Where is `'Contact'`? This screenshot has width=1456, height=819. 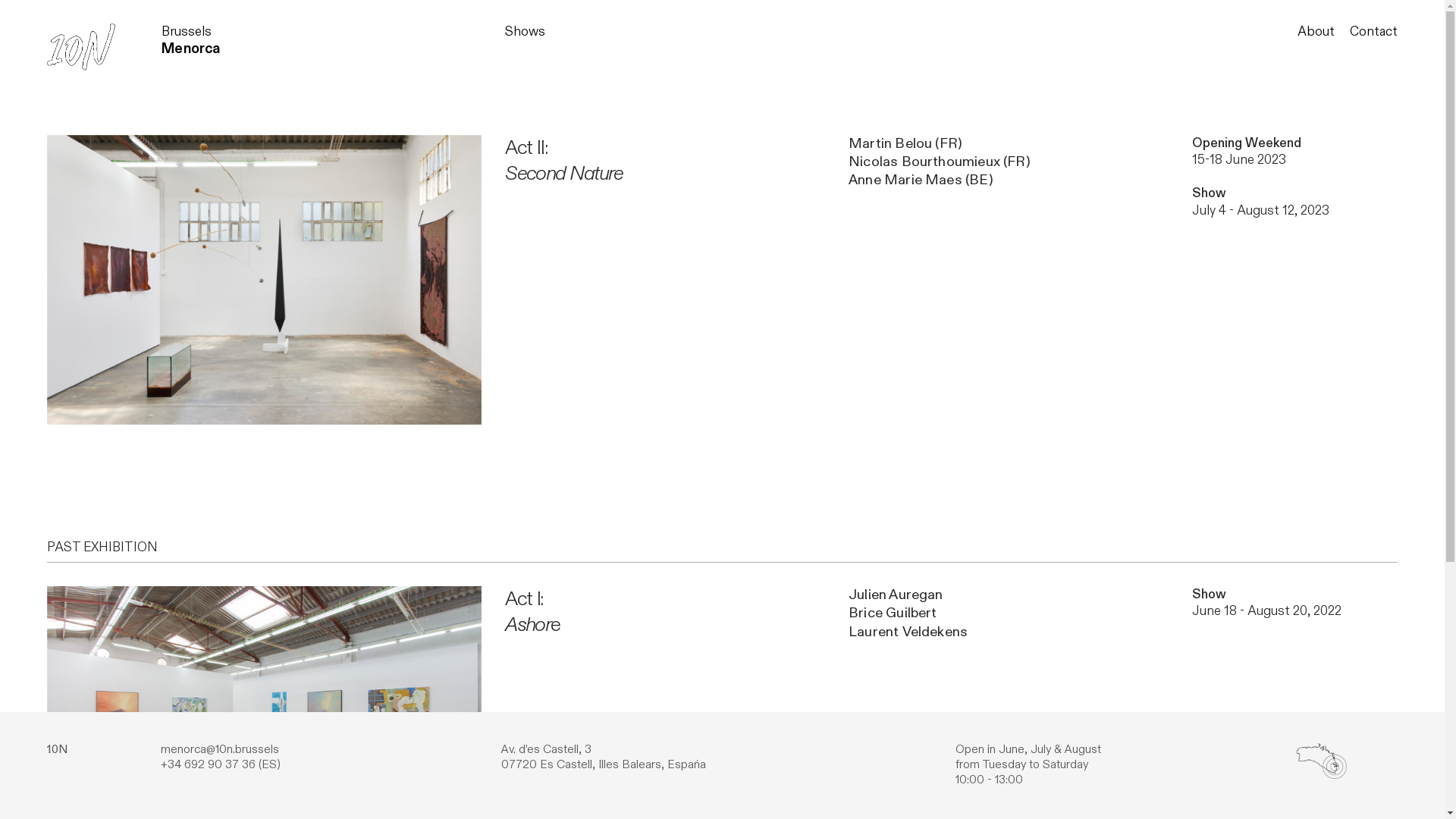 'Contact' is located at coordinates (1350, 31).